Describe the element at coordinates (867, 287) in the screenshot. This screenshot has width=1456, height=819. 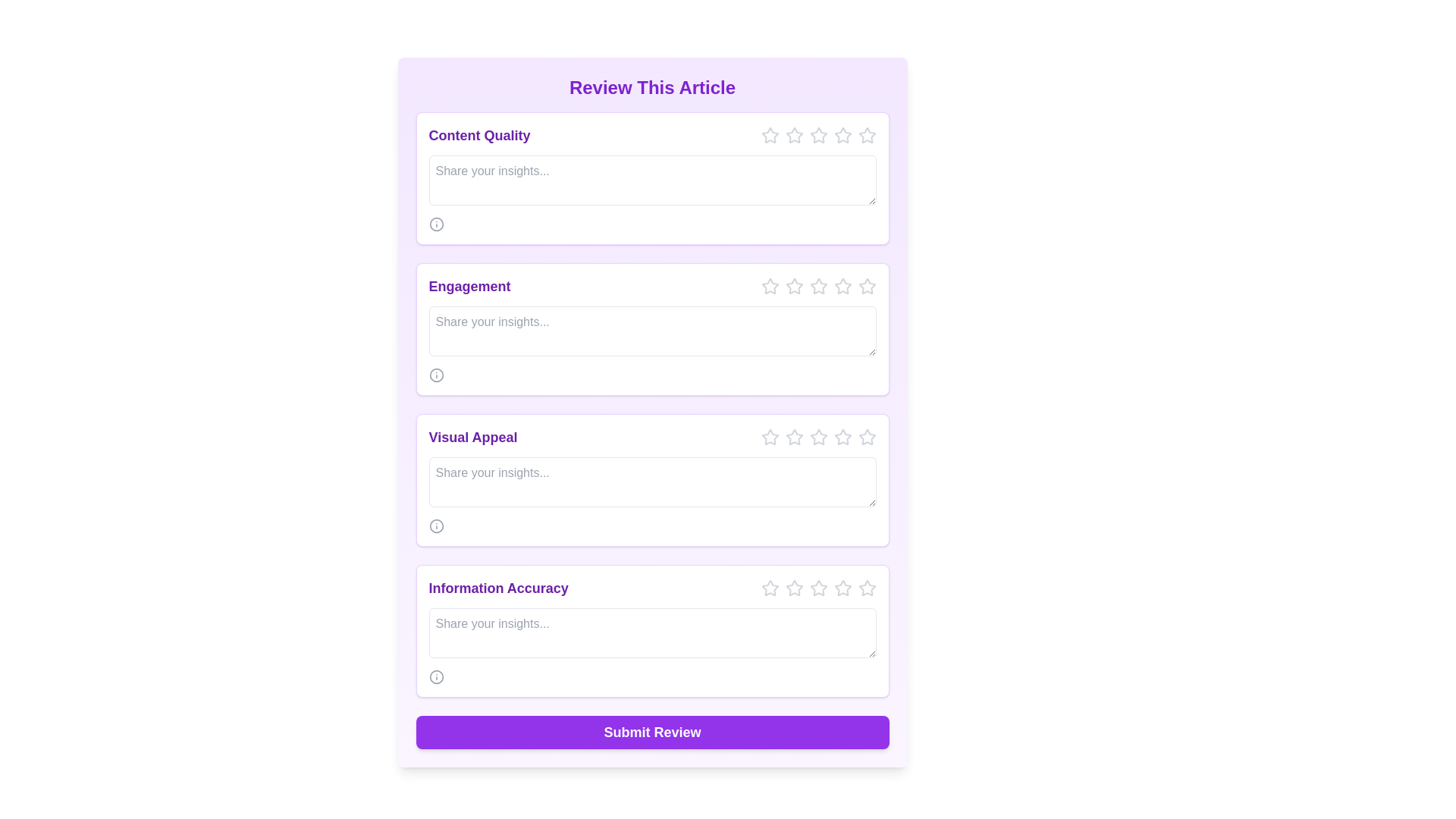
I see `the fifth star icon in the Engagement rating section, which sets the rating to five` at that location.